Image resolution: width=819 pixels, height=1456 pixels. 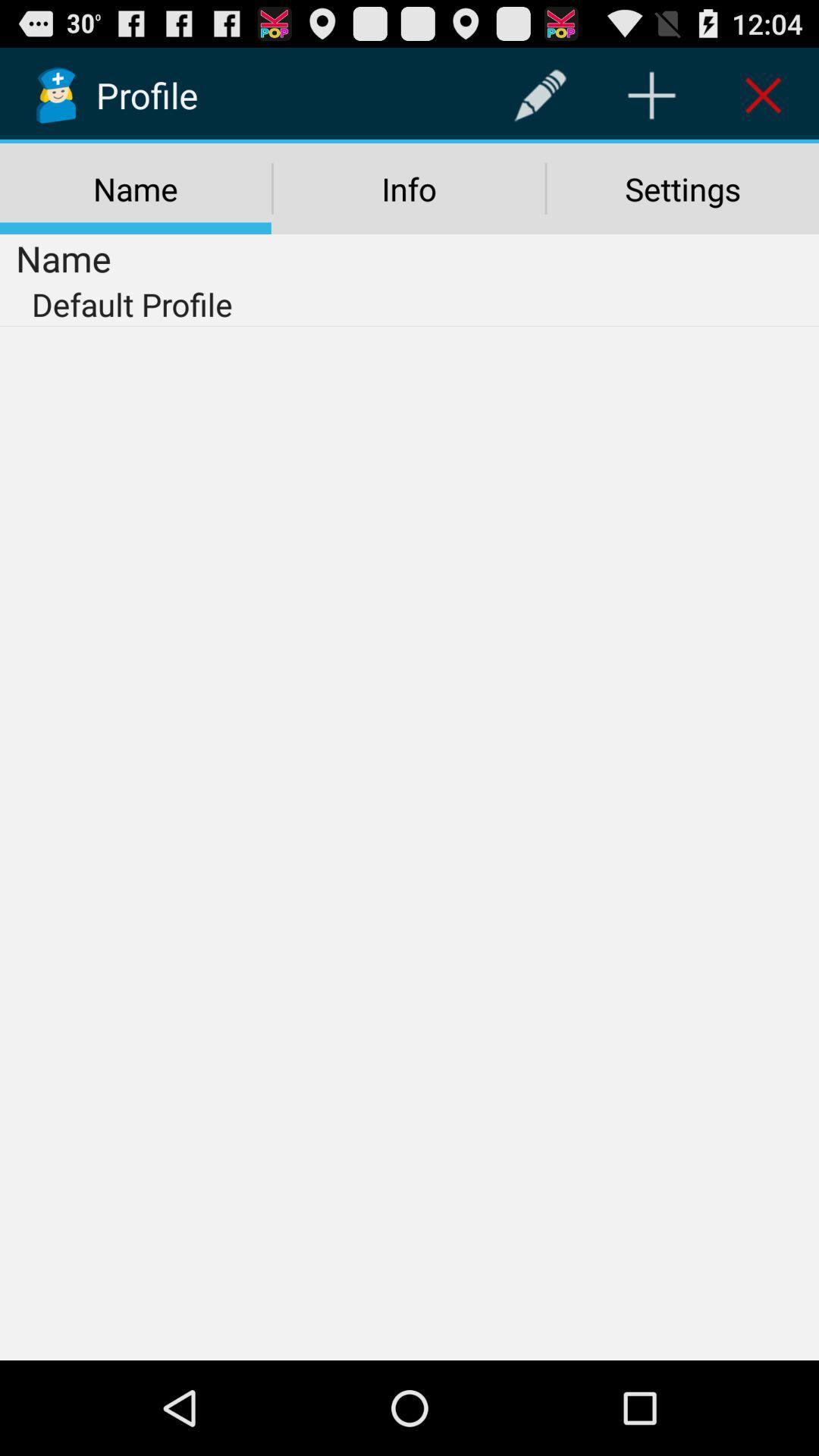 What do you see at coordinates (539, 94) in the screenshot?
I see `item next to name` at bounding box center [539, 94].